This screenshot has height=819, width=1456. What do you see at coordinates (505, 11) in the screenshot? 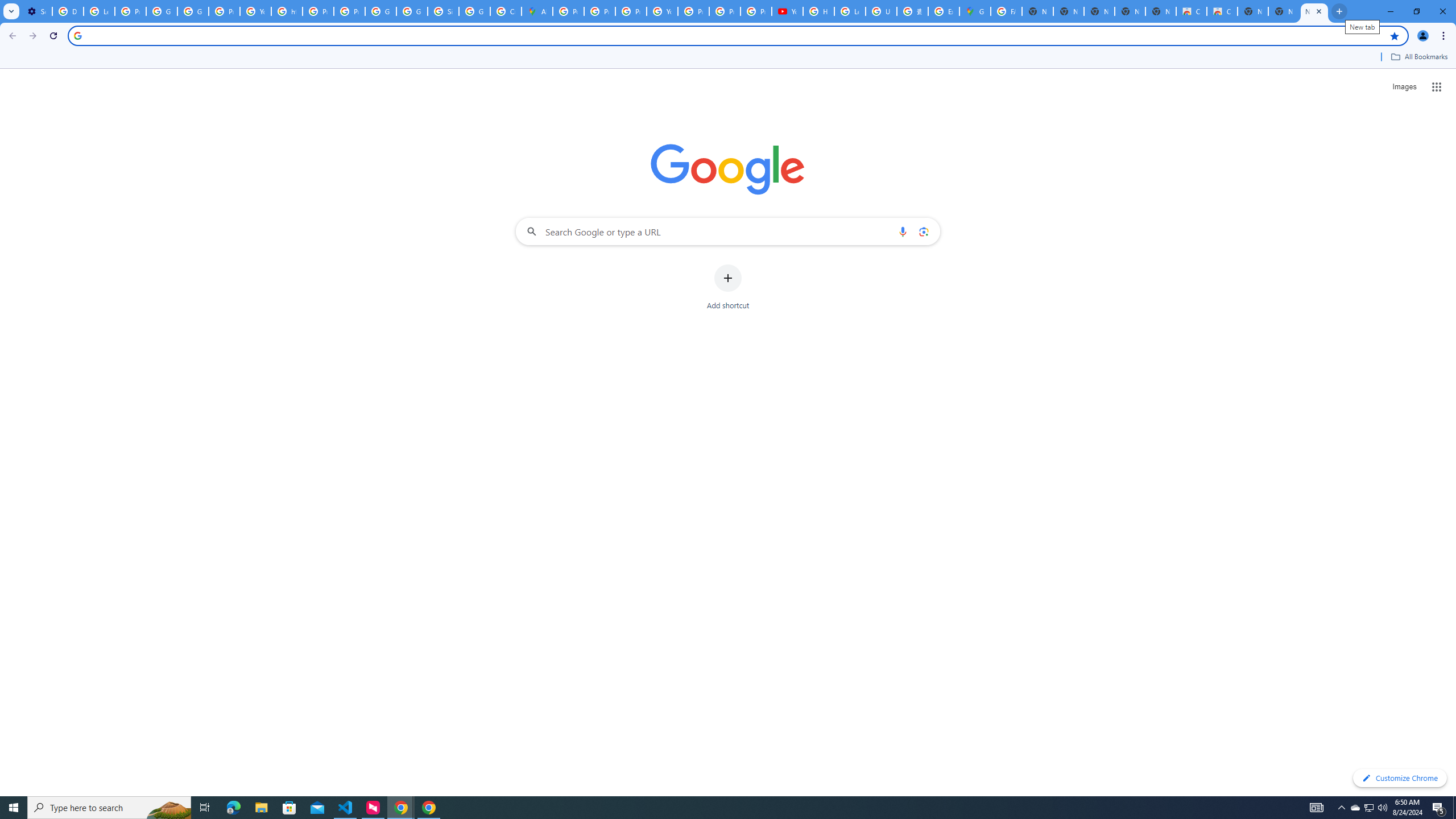
I see `'Create your Google Account'` at bounding box center [505, 11].